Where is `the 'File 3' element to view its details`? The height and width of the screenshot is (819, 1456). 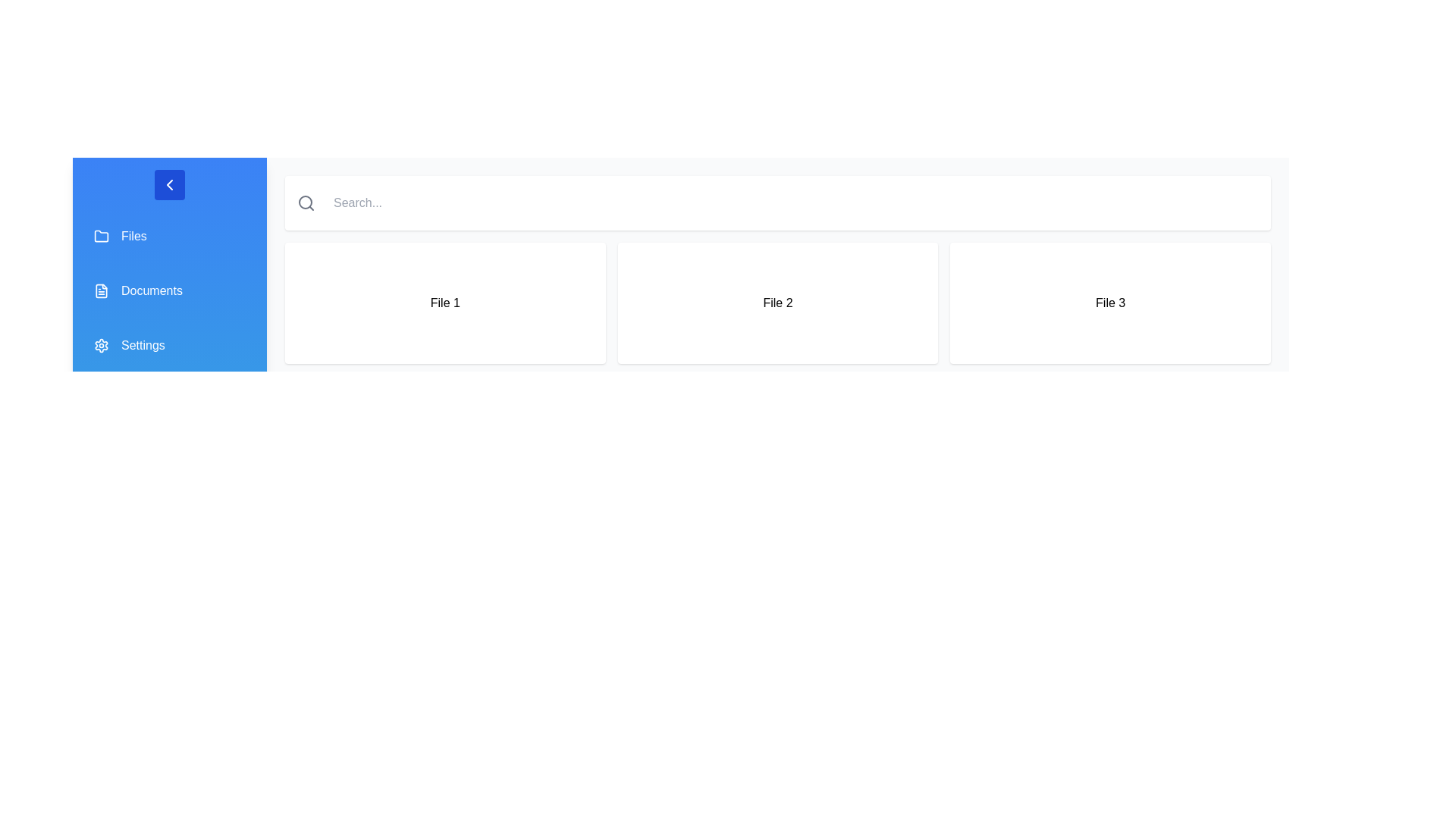 the 'File 3' element to view its details is located at coordinates (1110, 303).